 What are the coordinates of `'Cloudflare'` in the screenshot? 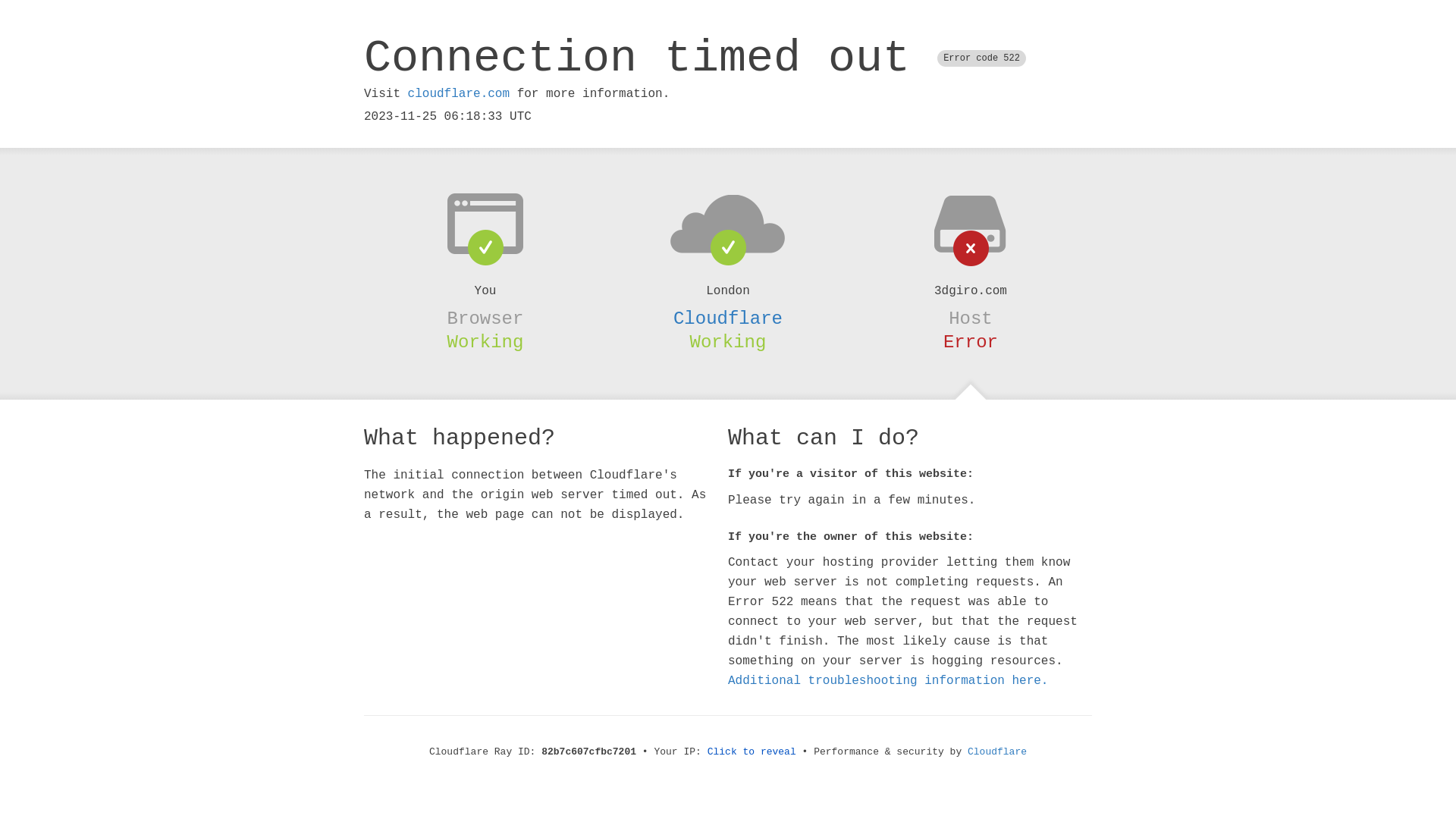 It's located at (728, 318).